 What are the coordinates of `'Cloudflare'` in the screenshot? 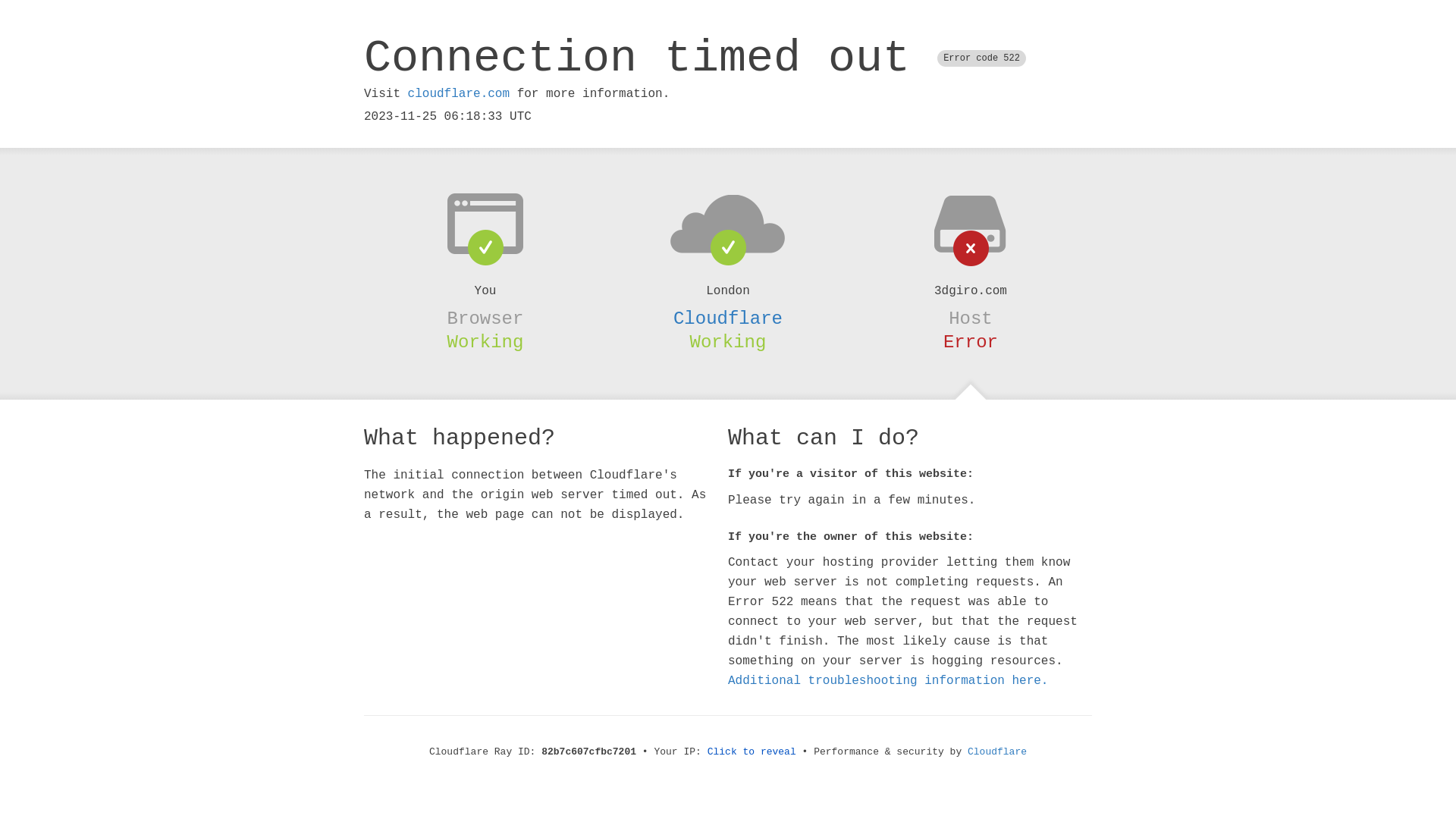 It's located at (728, 318).